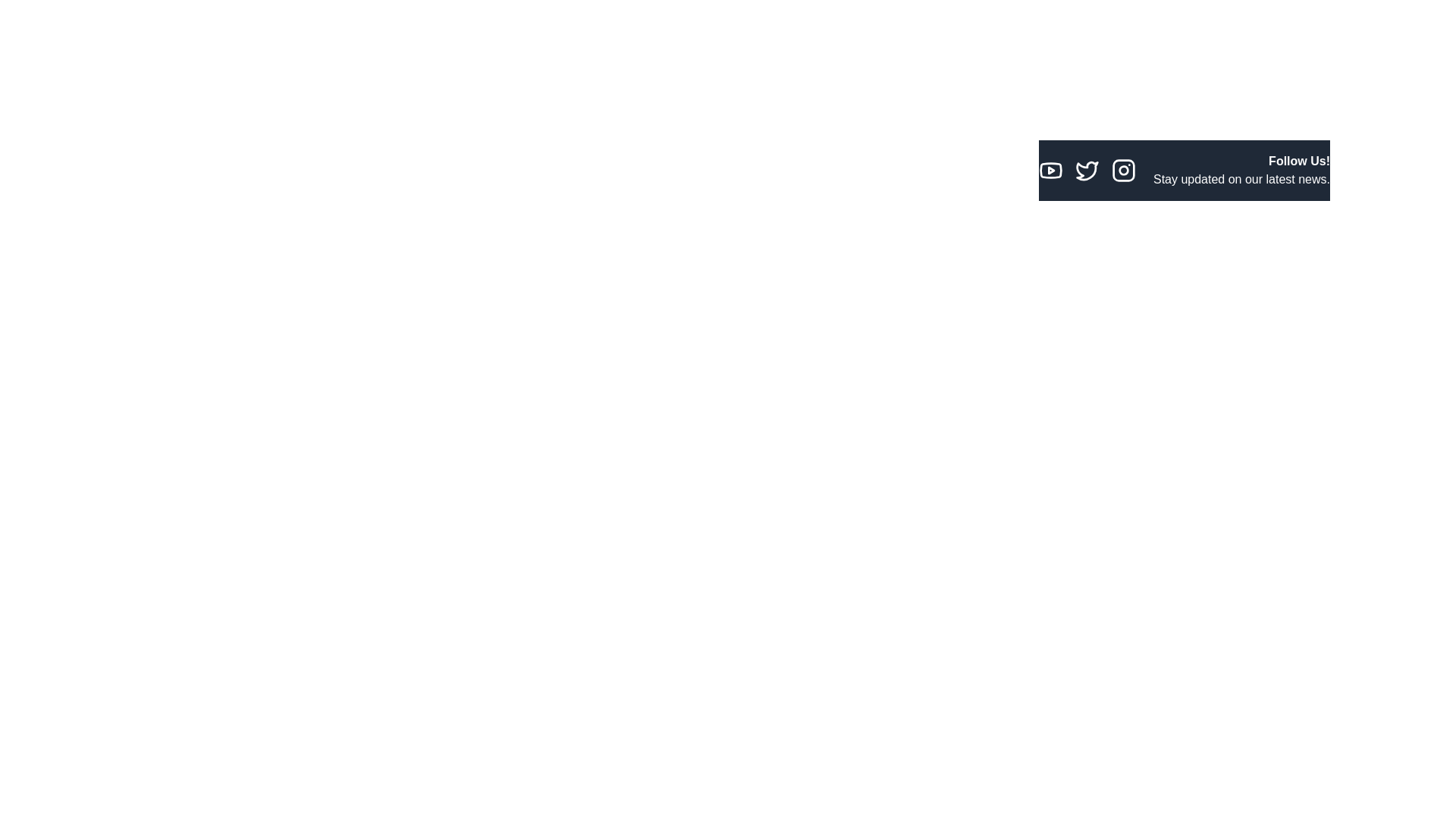 The width and height of the screenshot is (1456, 819). Describe the element at coordinates (1087, 170) in the screenshot. I see `the Twitter icon, which is the second icon from the left in the group of social media icons` at that location.